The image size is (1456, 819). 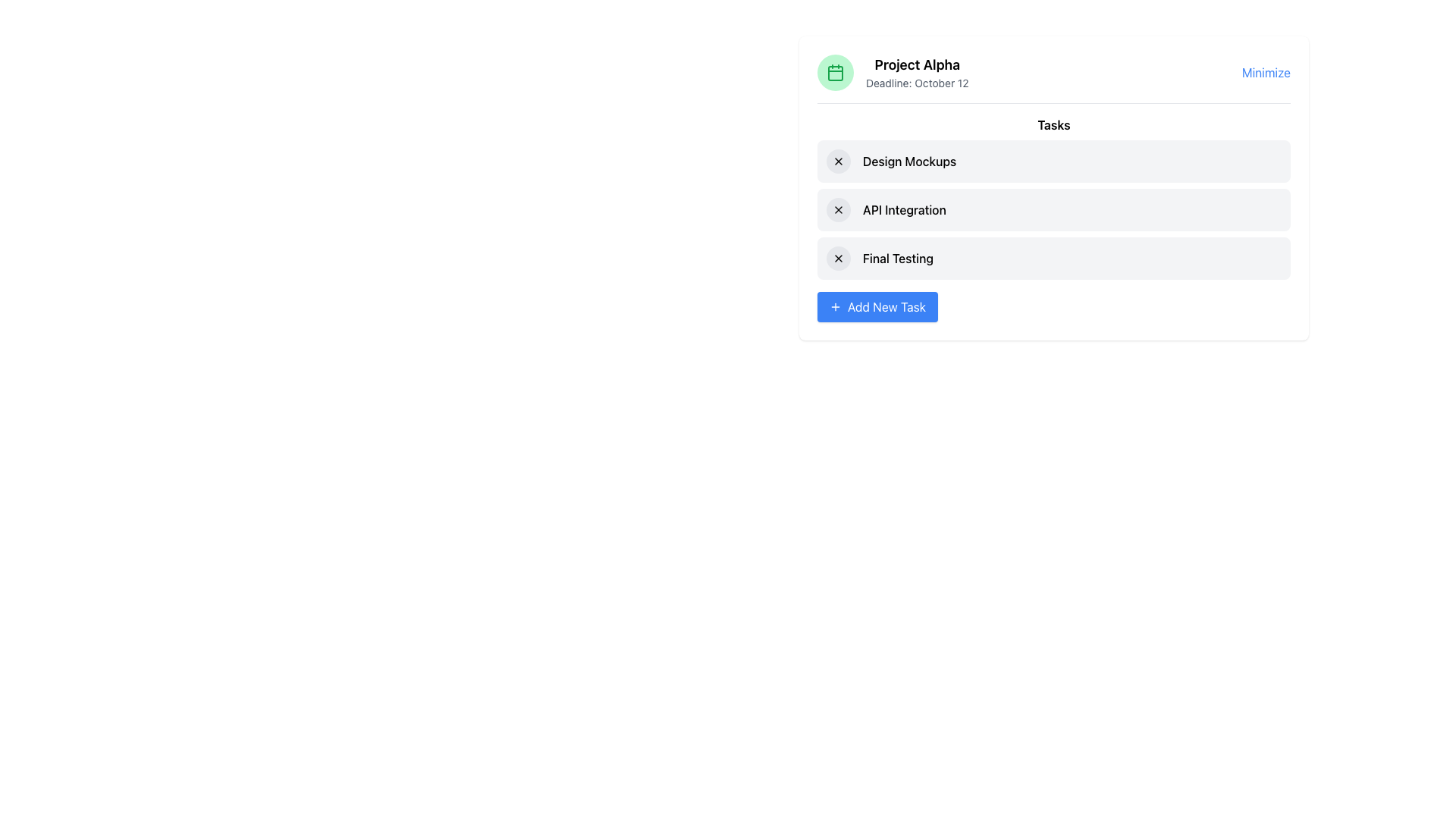 I want to click on the 'Project Alpha' text and calendar icon element, which features prominently styled text and a circular green calendar icon, located at the top left of the section, so click(x=893, y=73).